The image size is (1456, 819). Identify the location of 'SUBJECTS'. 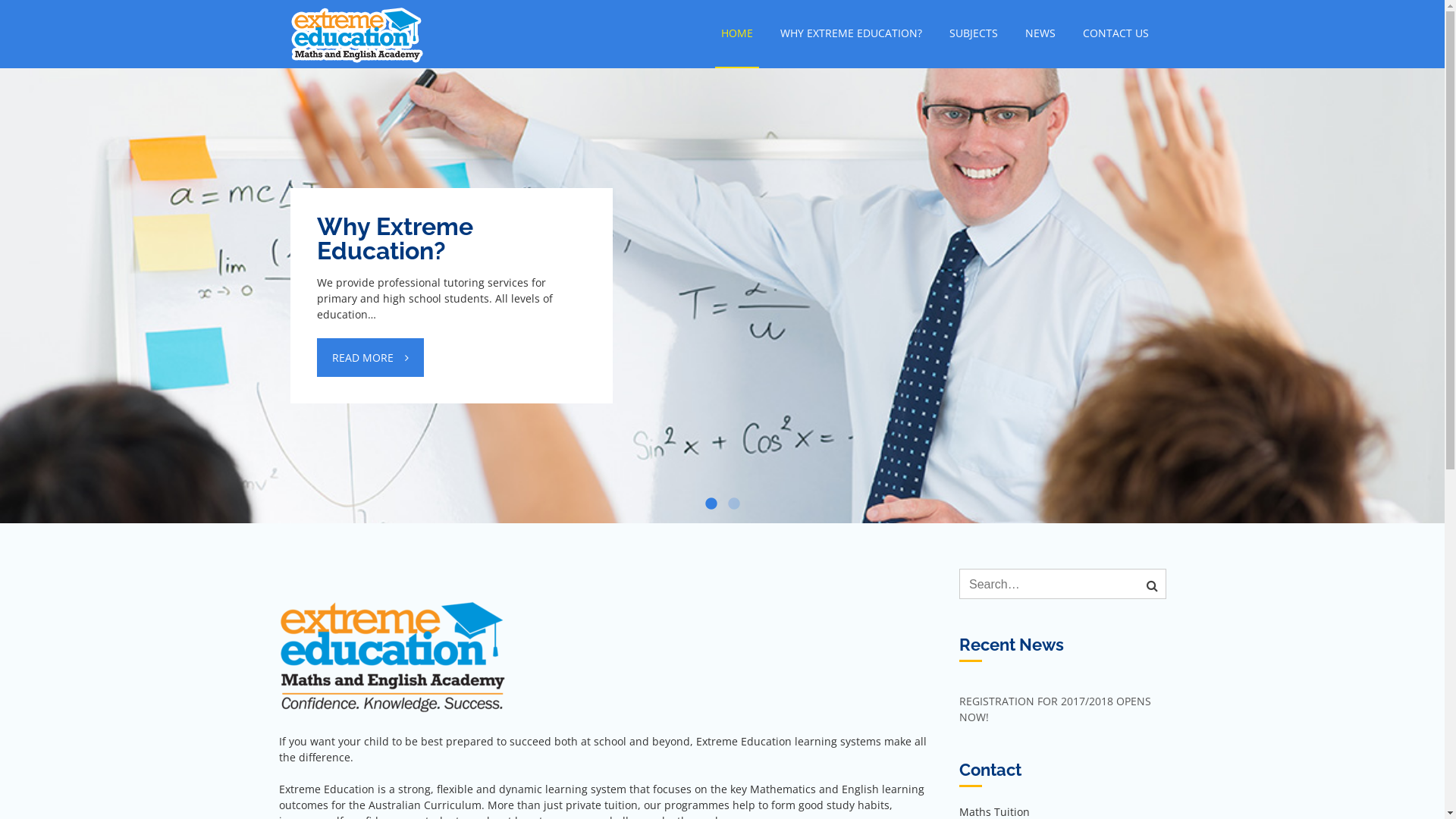
(973, 33).